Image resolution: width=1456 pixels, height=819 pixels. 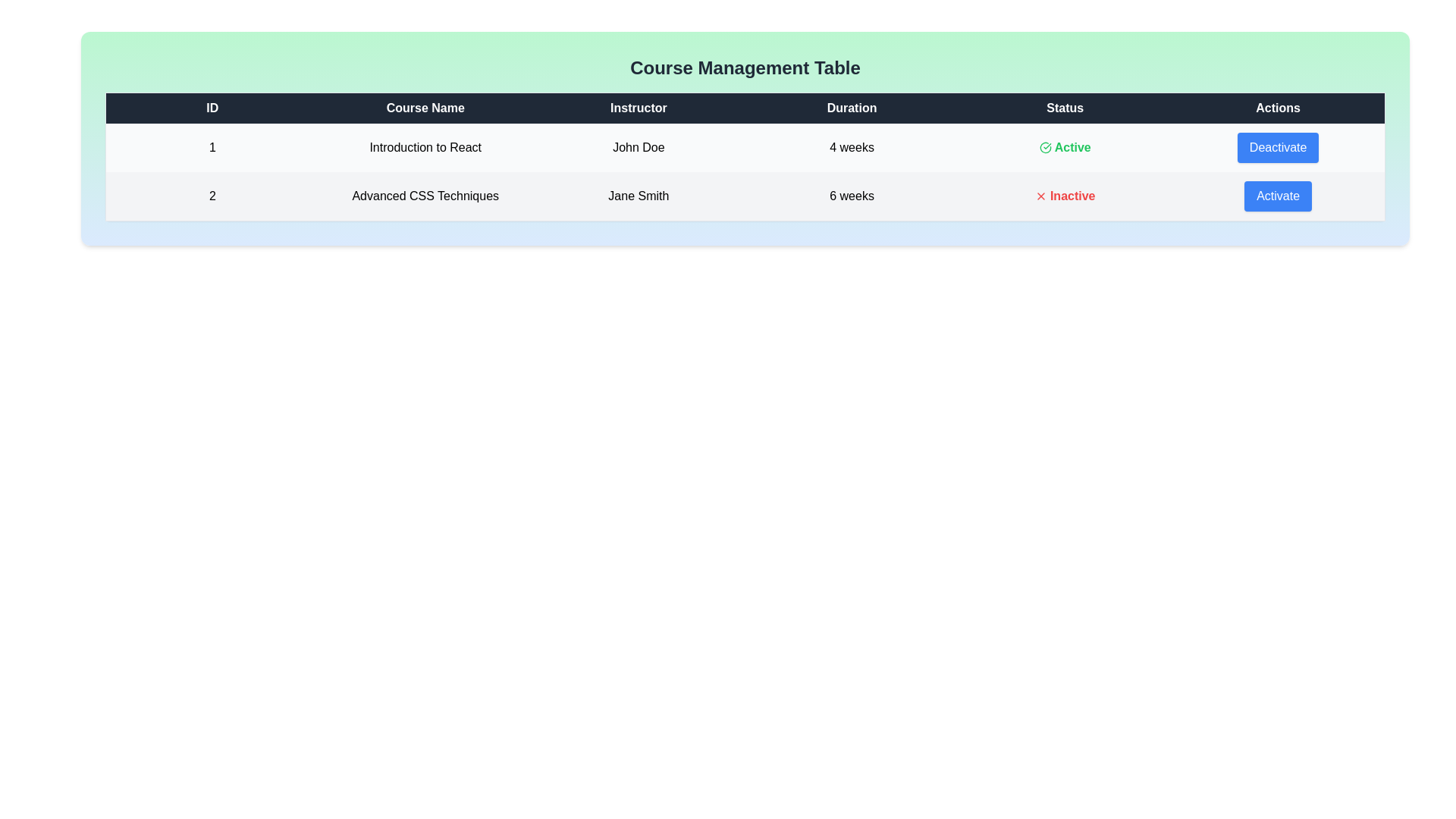 I want to click on the 'Inactive' label with a red cross icon located in the 'Status' column of the second row of the table, so click(x=1064, y=195).